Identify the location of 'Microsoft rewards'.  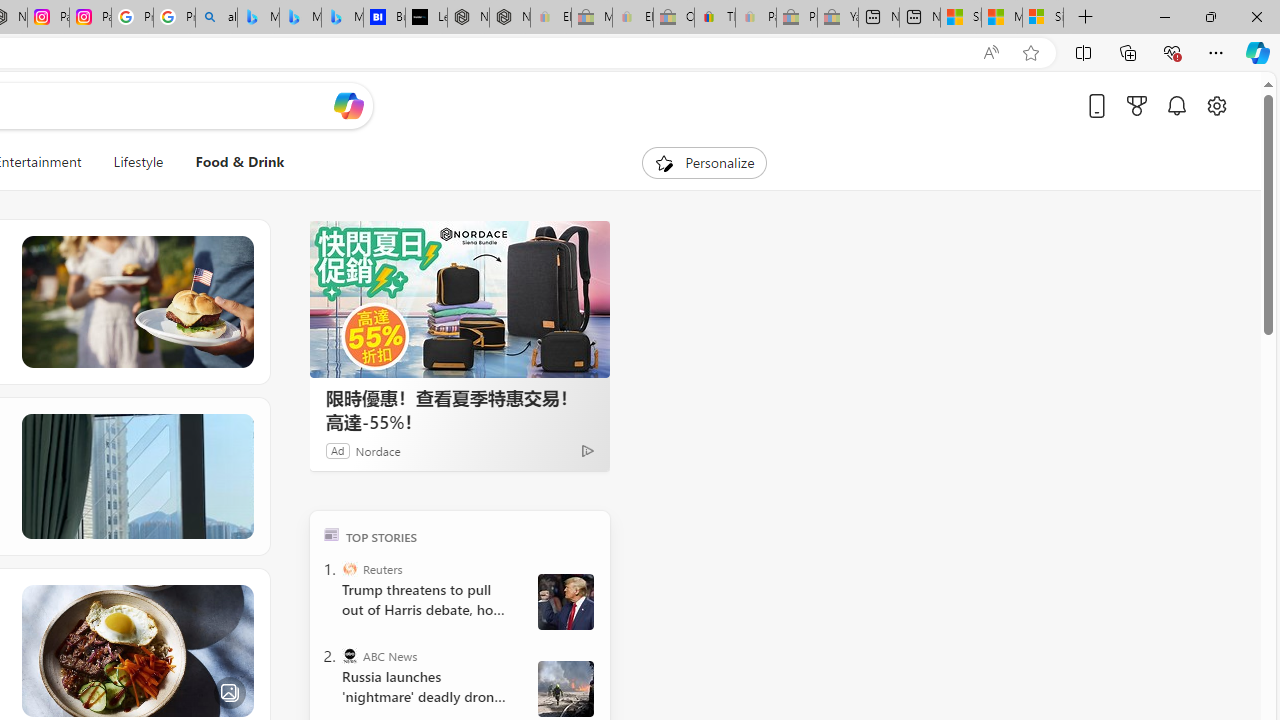
(1137, 105).